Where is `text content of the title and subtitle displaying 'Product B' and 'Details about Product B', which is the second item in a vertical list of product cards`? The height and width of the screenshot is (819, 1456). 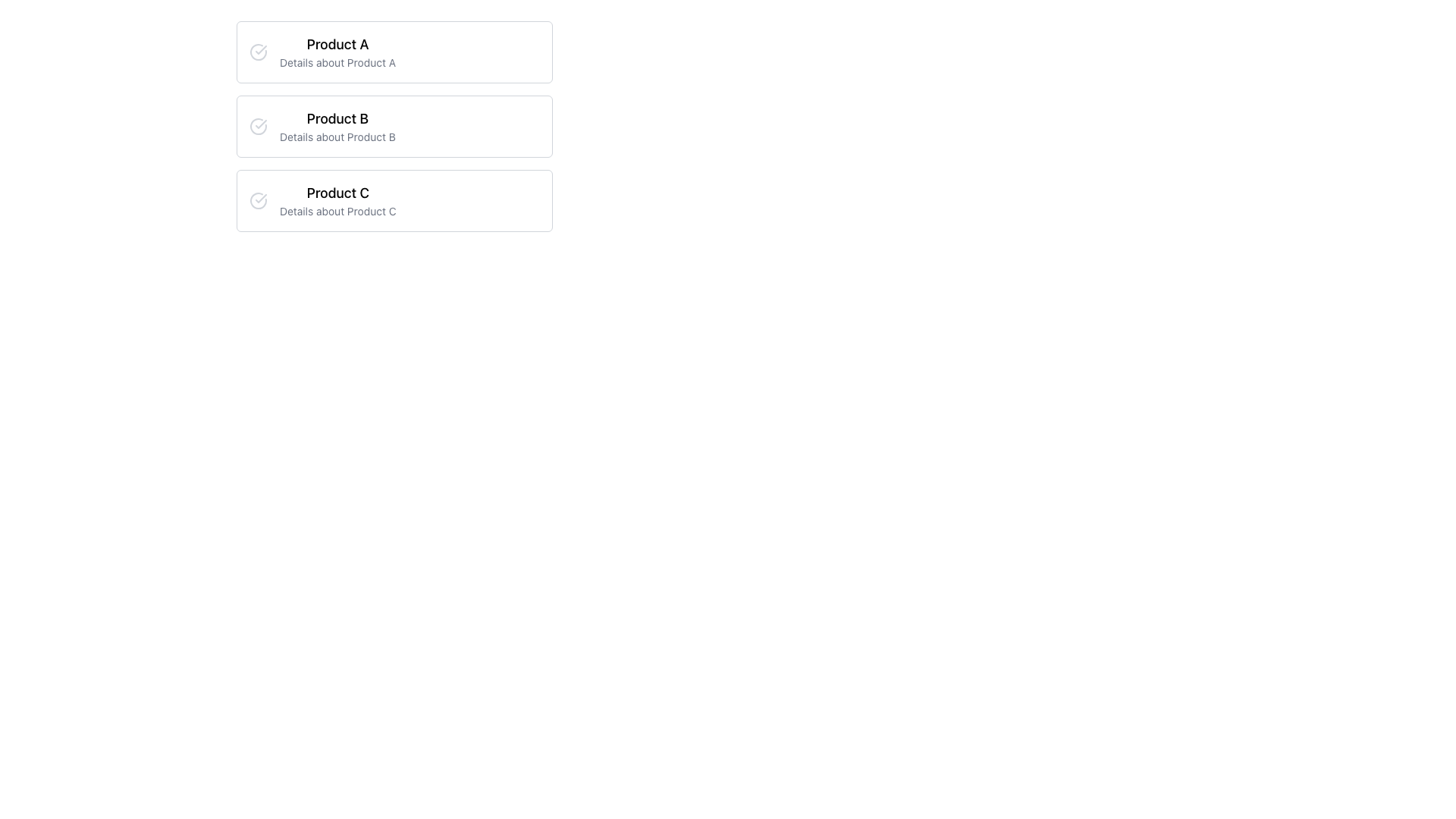 text content of the title and subtitle displaying 'Product B' and 'Details about Product B', which is the second item in a vertical list of product cards is located at coordinates (337, 125).